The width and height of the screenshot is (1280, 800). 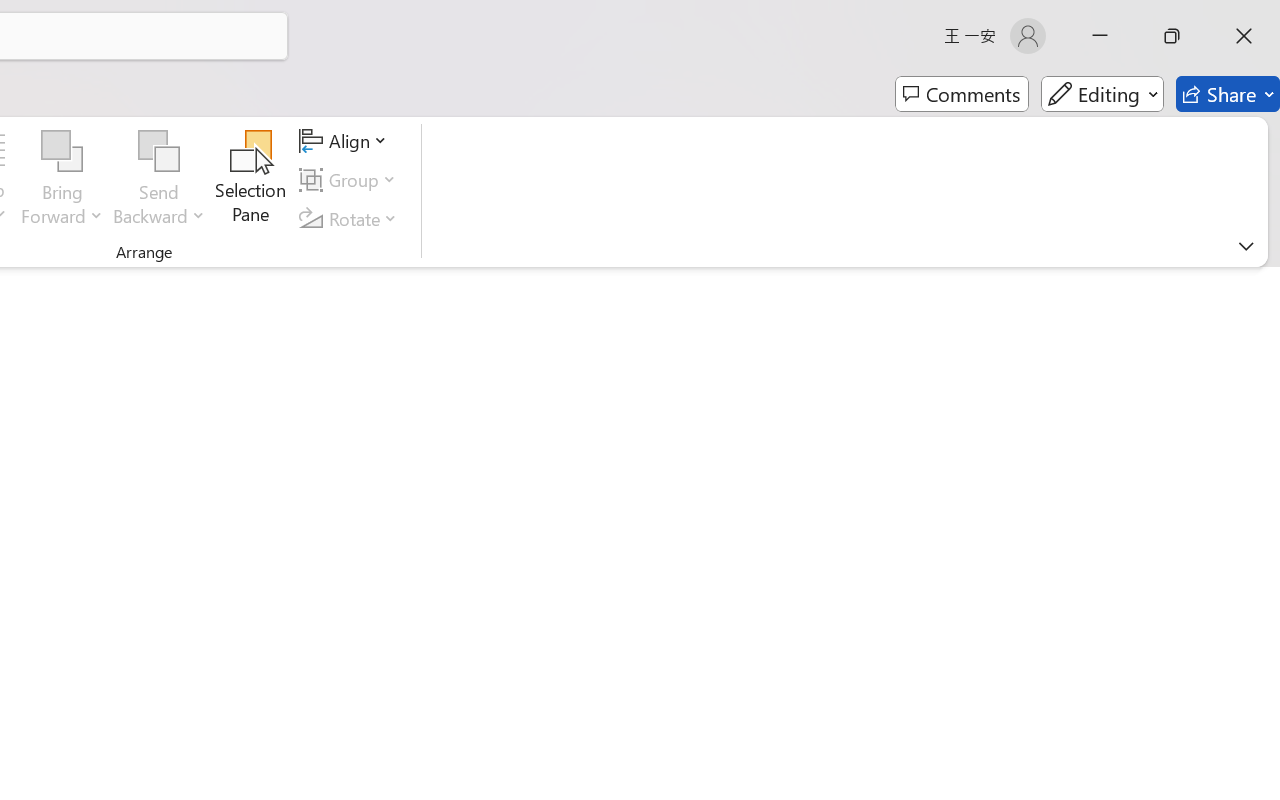 I want to click on 'Bring Forward', so click(x=62, y=151).